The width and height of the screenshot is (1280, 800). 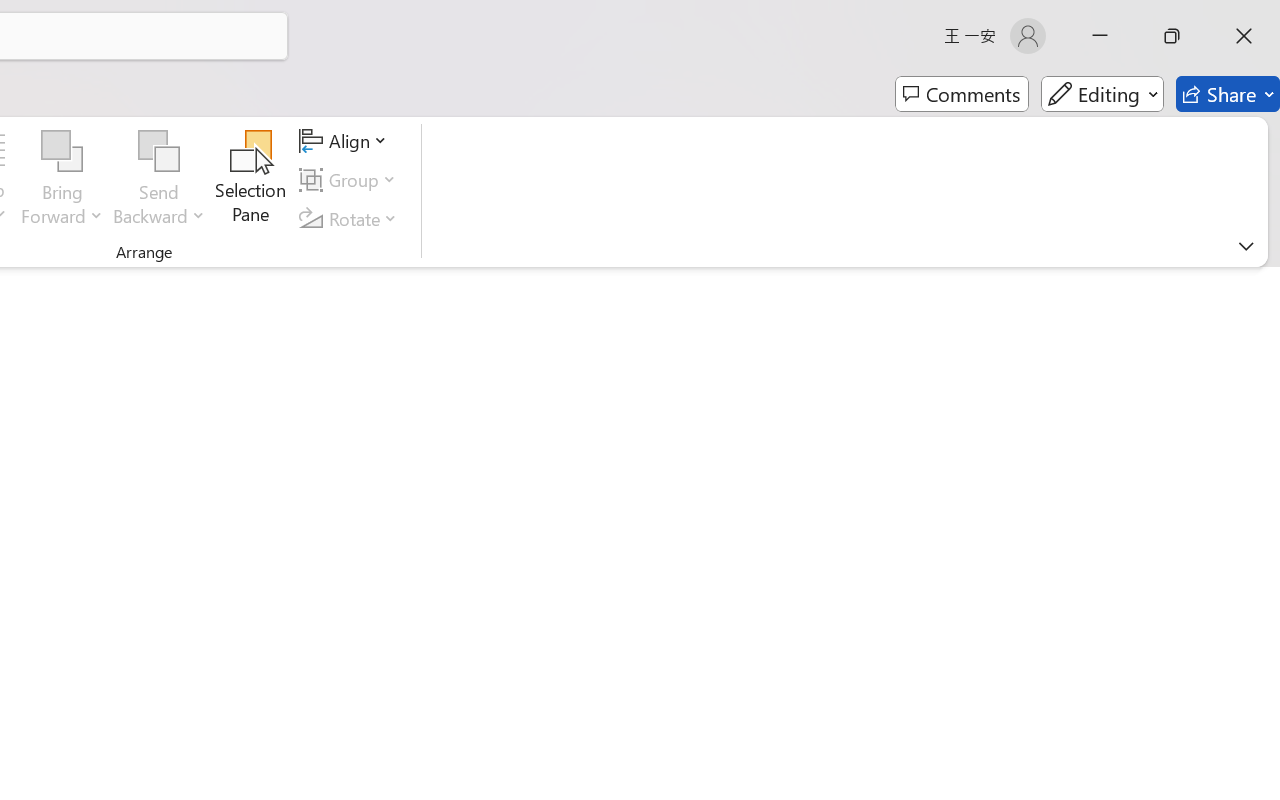 I want to click on 'Bring Forward', so click(x=62, y=151).